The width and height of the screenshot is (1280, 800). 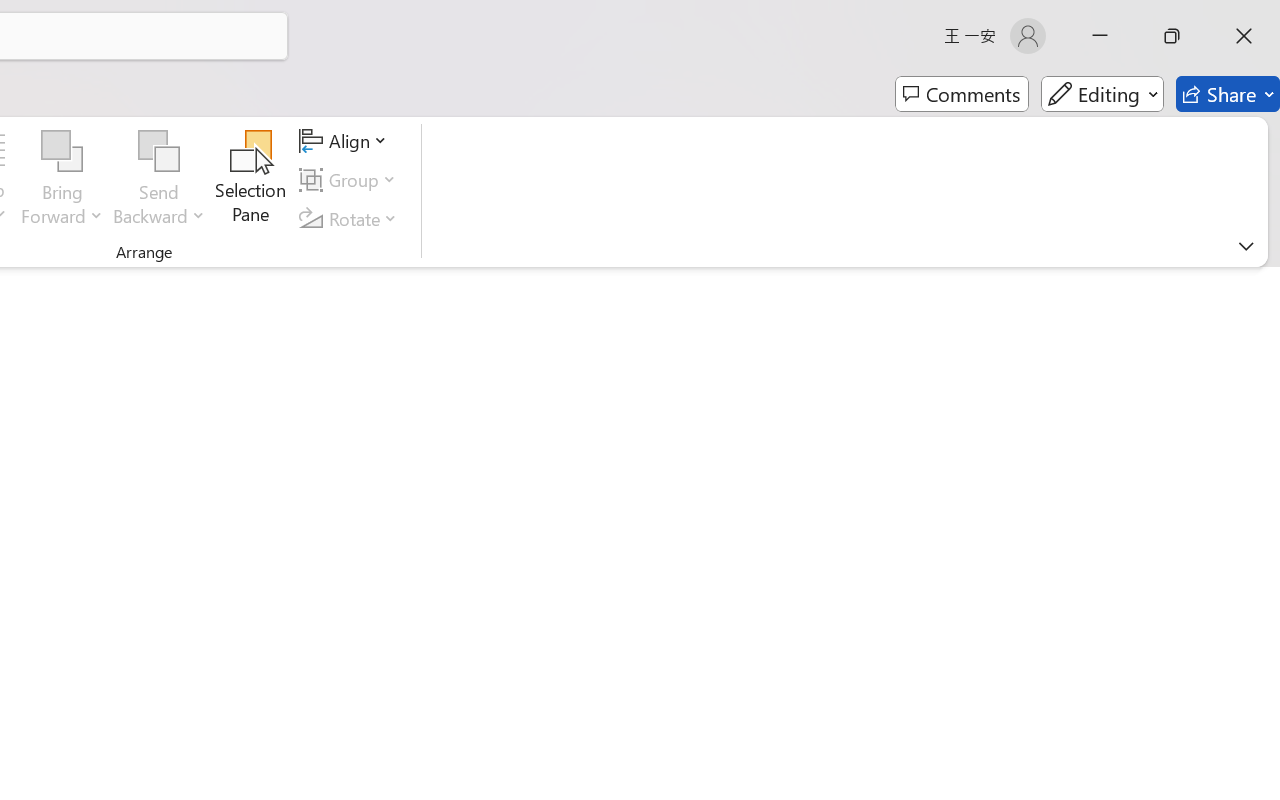 I want to click on 'Bring Forward', so click(x=62, y=151).